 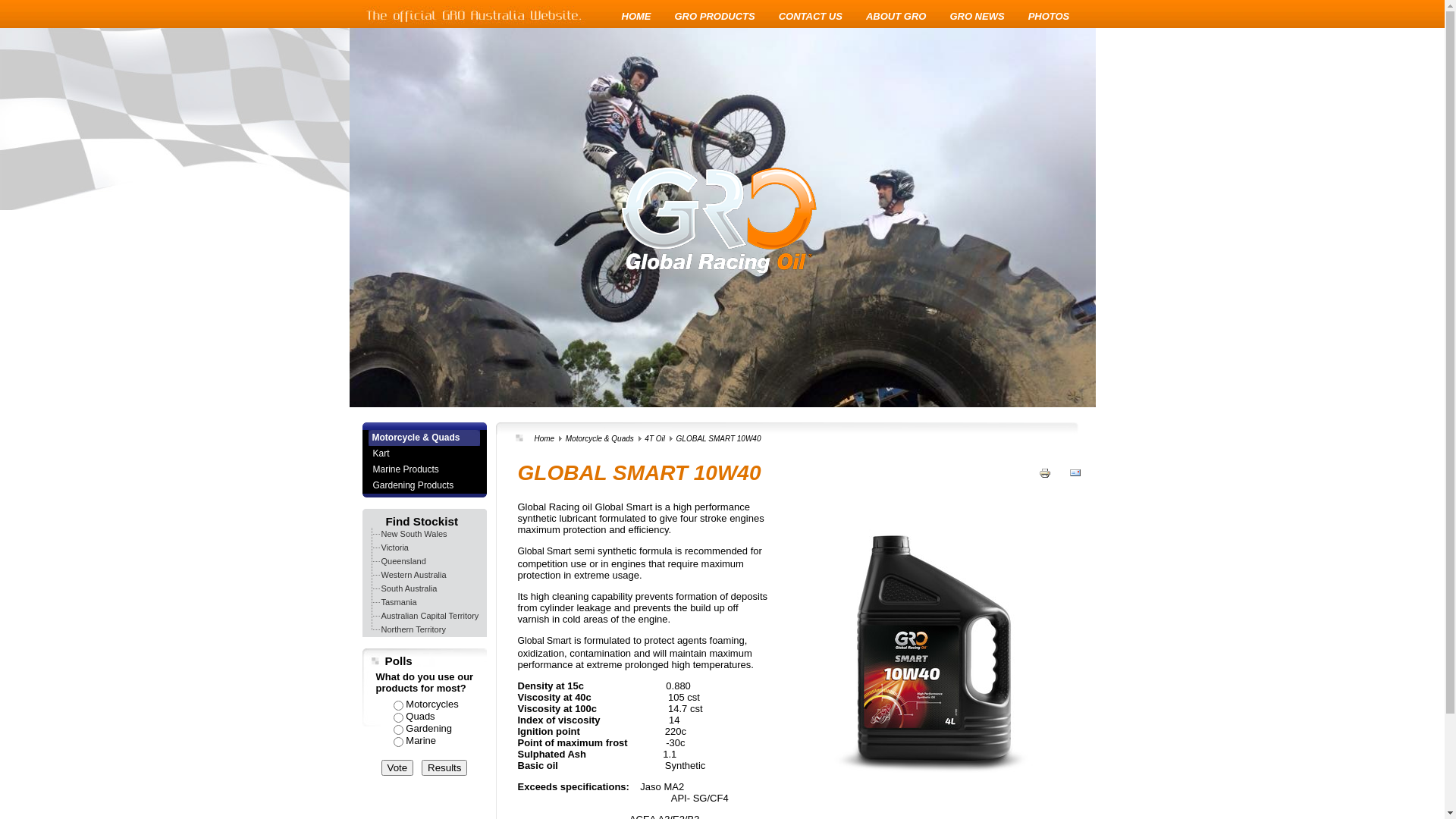 I want to click on 'Vote', so click(x=397, y=767).